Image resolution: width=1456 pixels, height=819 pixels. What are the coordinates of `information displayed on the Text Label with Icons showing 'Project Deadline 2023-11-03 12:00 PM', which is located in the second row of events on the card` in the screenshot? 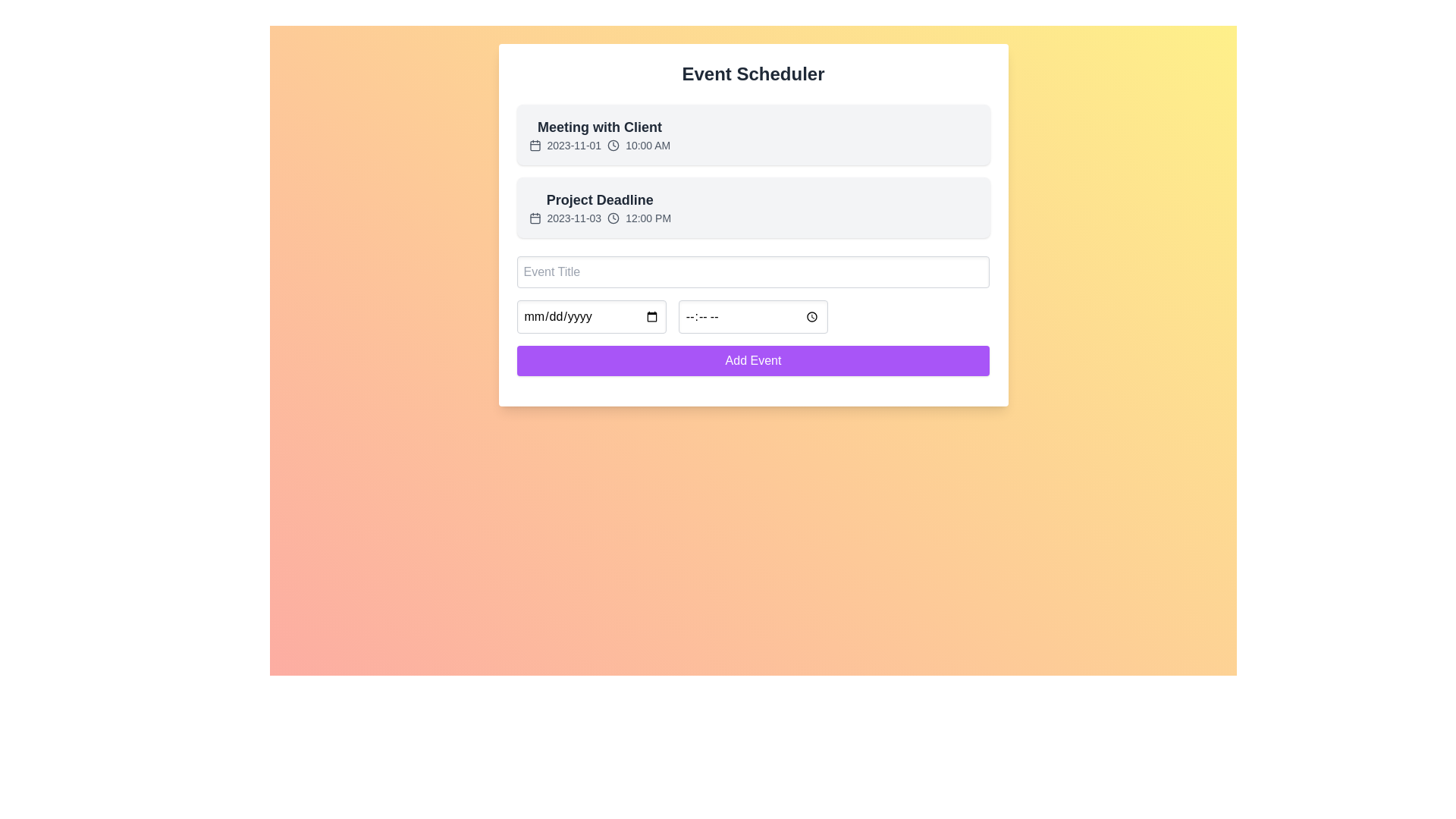 It's located at (599, 207).